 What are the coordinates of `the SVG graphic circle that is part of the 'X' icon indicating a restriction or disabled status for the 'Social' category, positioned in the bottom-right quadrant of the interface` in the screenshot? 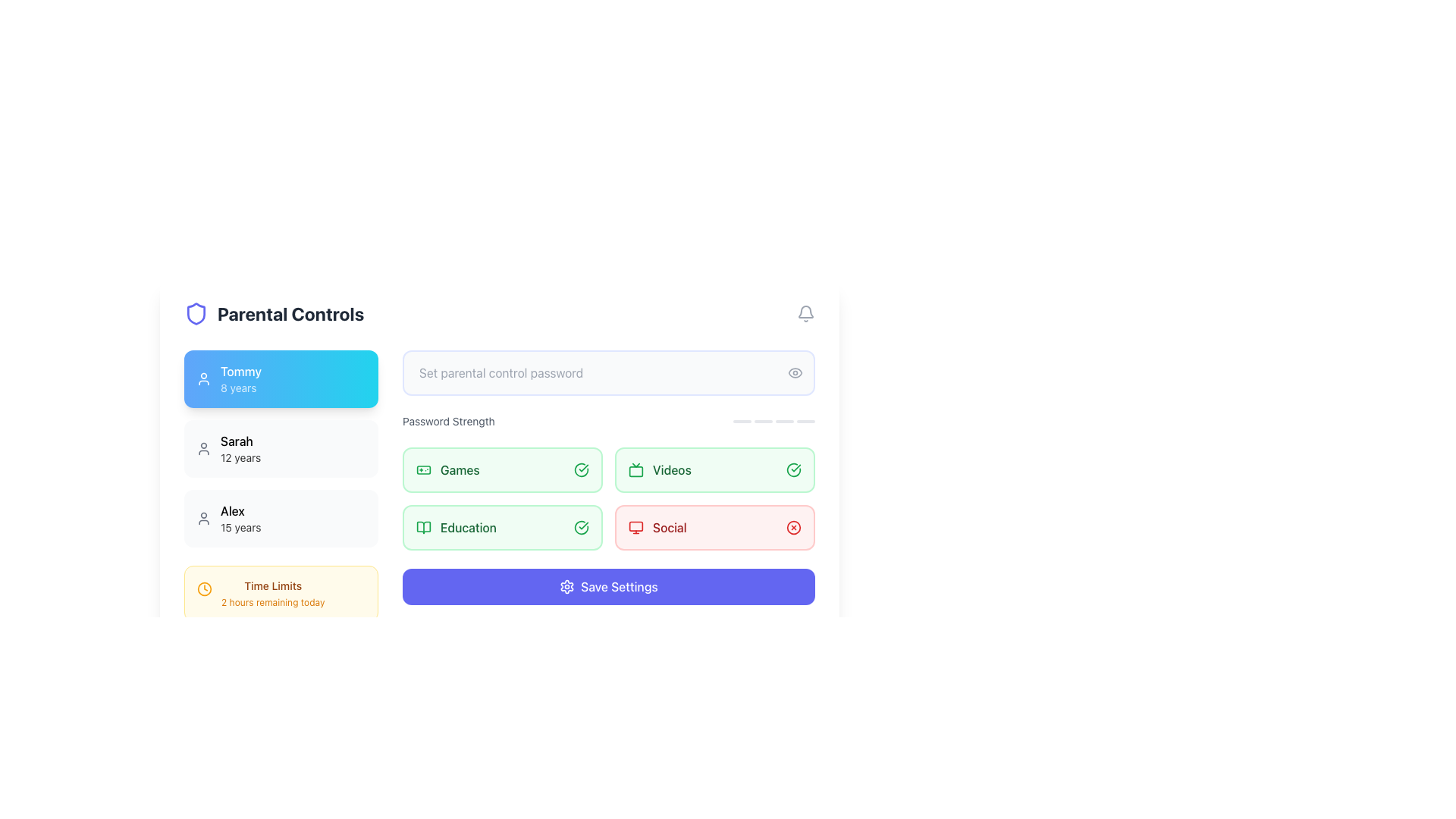 It's located at (792, 526).